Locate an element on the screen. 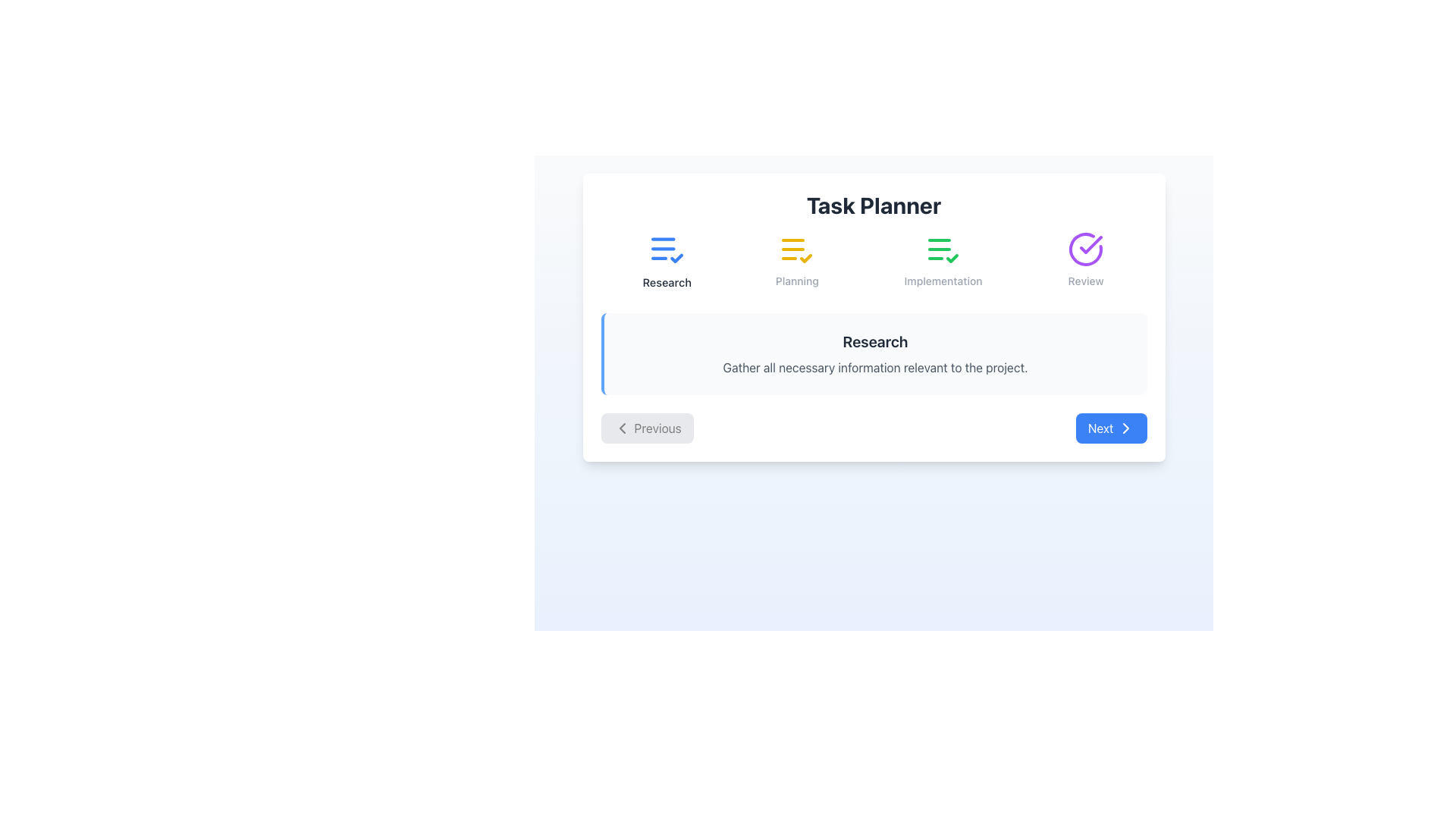 This screenshot has width=1456, height=819. the 'Research' icon located at the top of the first section, positioned to the left of the labels 'Planning', 'Implementation', and 'Review' is located at coordinates (667, 248).